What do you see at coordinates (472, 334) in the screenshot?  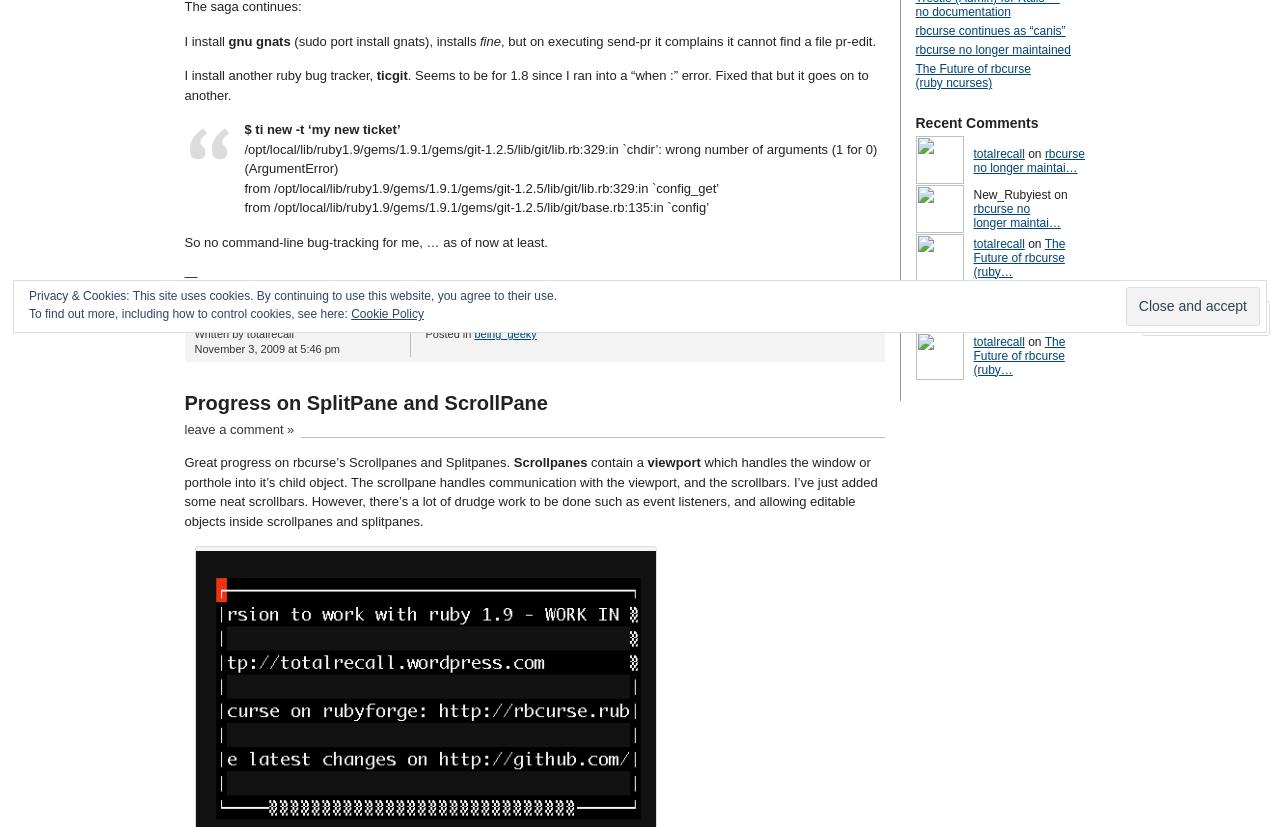 I see `'being_geeky'` at bounding box center [472, 334].